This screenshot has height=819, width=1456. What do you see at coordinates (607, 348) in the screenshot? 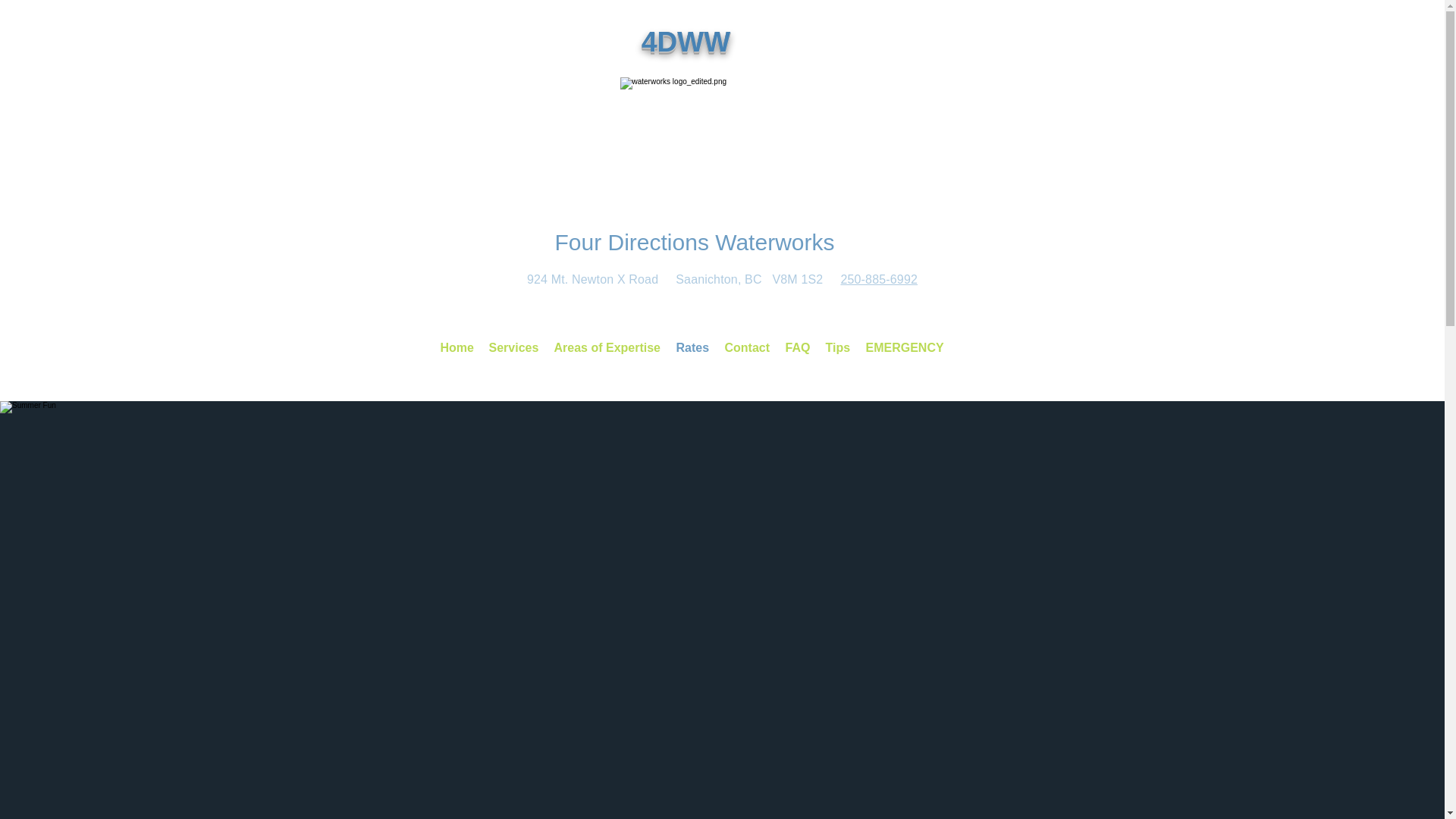
I see `'Areas of Expertise'` at bounding box center [607, 348].